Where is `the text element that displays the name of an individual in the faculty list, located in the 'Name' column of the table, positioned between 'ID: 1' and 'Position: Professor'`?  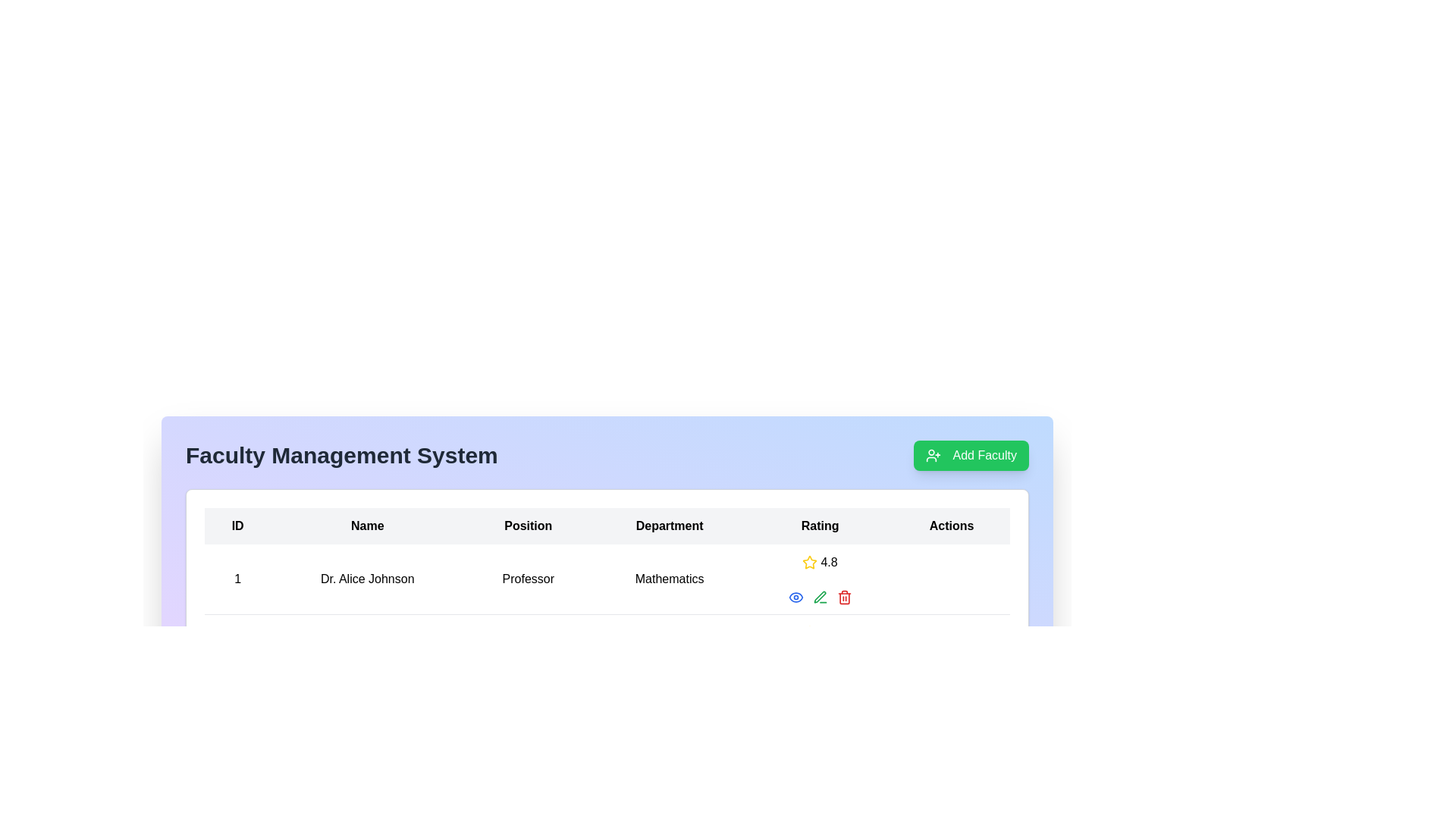 the text element that displays the name of an individual in the faculty list, located in the 'Name' column of the table, positioned between 'ID: 1' and 'Position: Professor' is located at coordinates (367, 579).